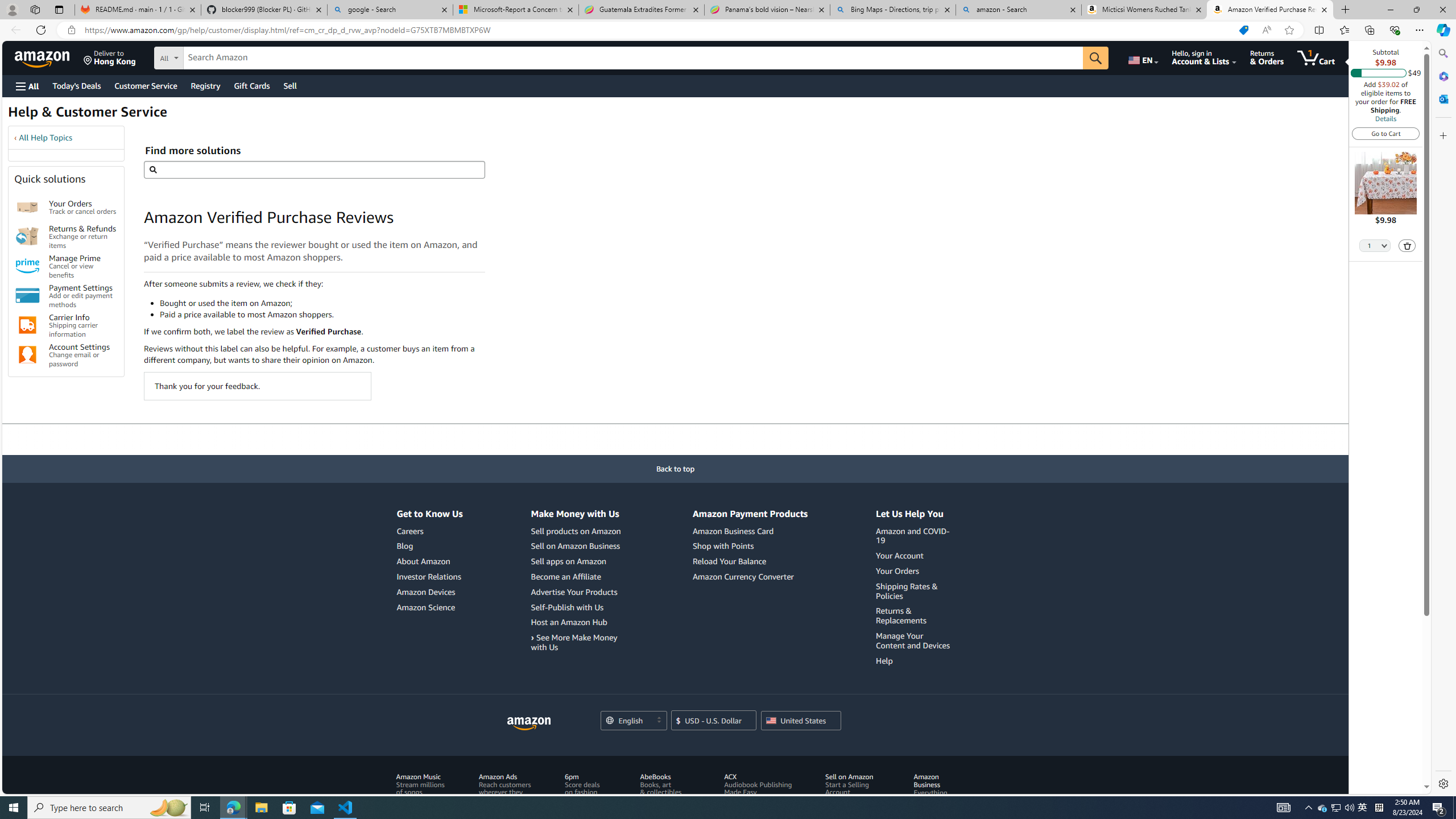  Describe the element at coordinates (505, 788) in the screenshot. I see `'Amazon Ads Reach customers wherever they spend their time'` at that location.